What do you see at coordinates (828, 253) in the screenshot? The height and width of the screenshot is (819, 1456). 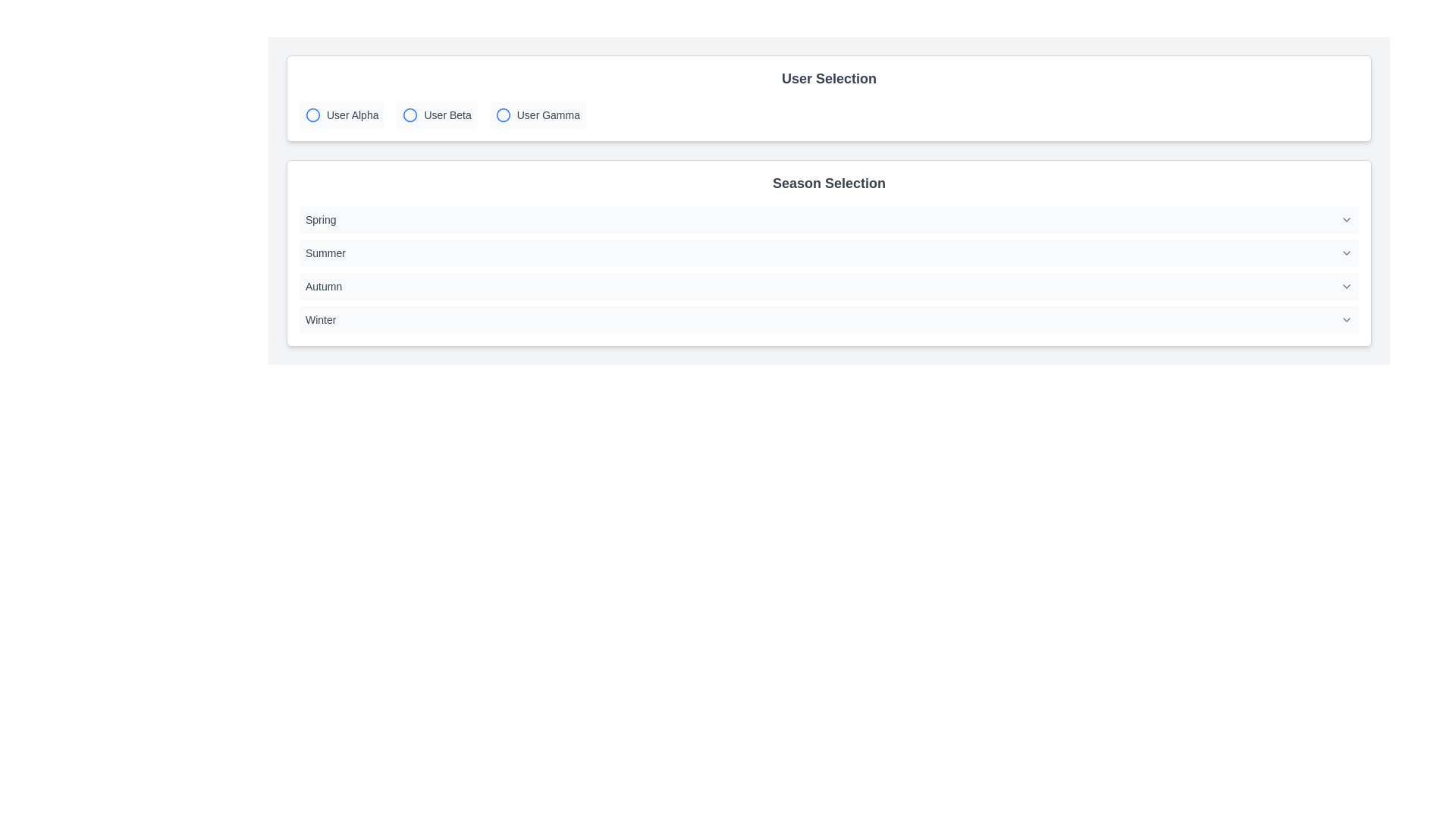 I see `the second item labeled 'Summer' in the vertically stacked list of seasons` at bounding box center [828, 253].